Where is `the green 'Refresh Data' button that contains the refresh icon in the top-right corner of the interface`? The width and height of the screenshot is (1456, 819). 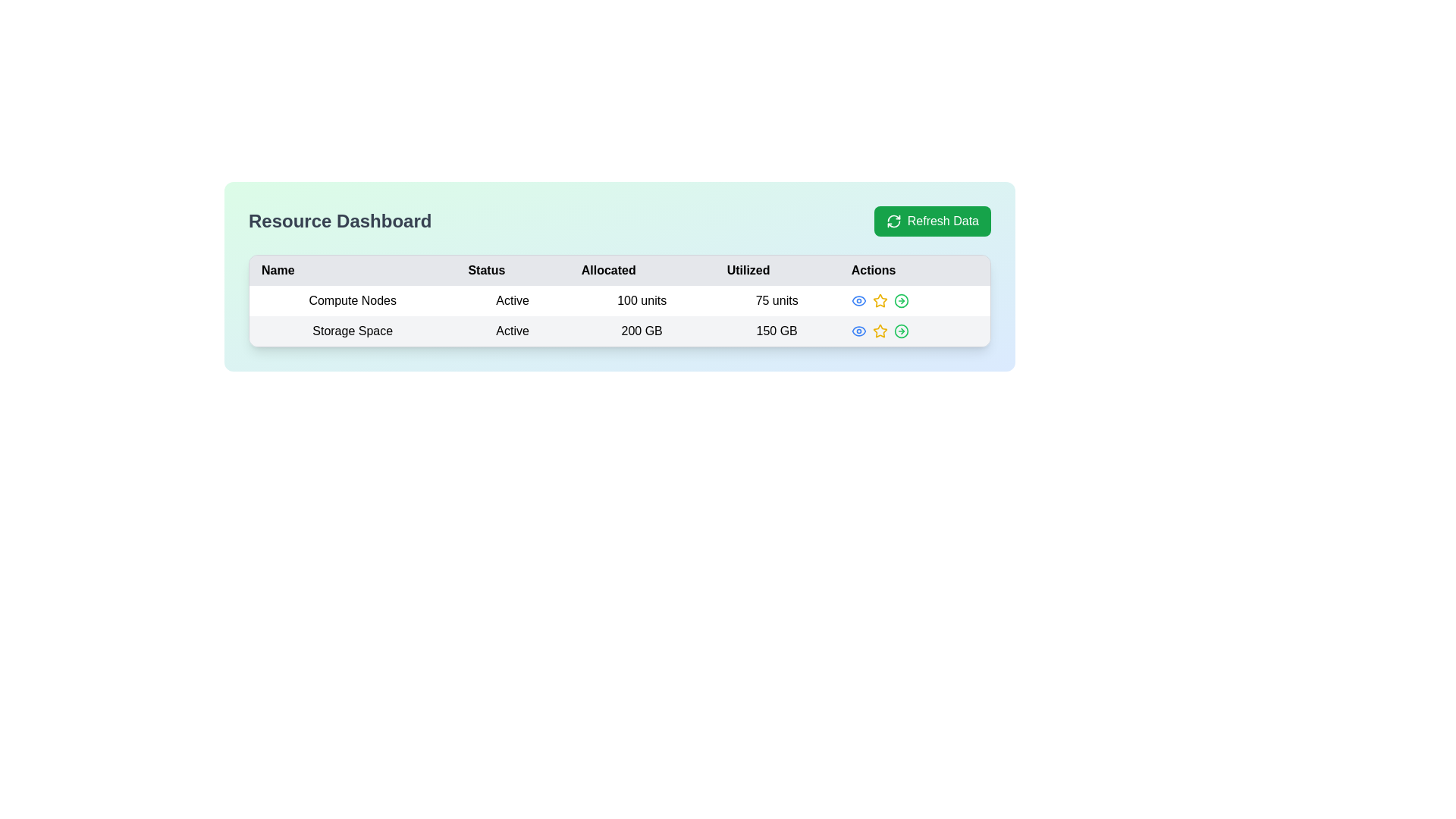 the green 'Refresh Data' button that contains the refresh icon in the top-right corner of the interface is located at coordinates (893, 221).